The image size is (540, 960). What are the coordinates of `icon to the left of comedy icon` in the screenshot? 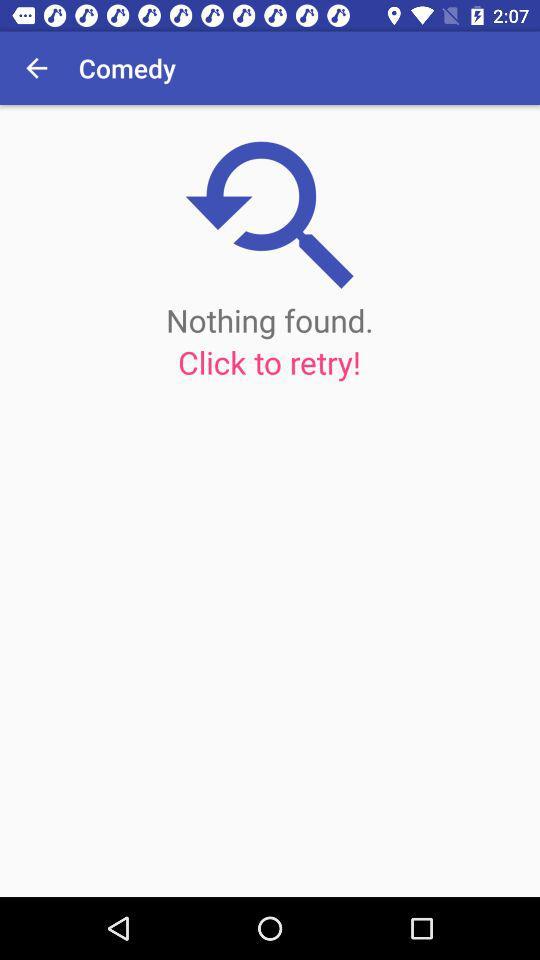 It's located at (36, 68).